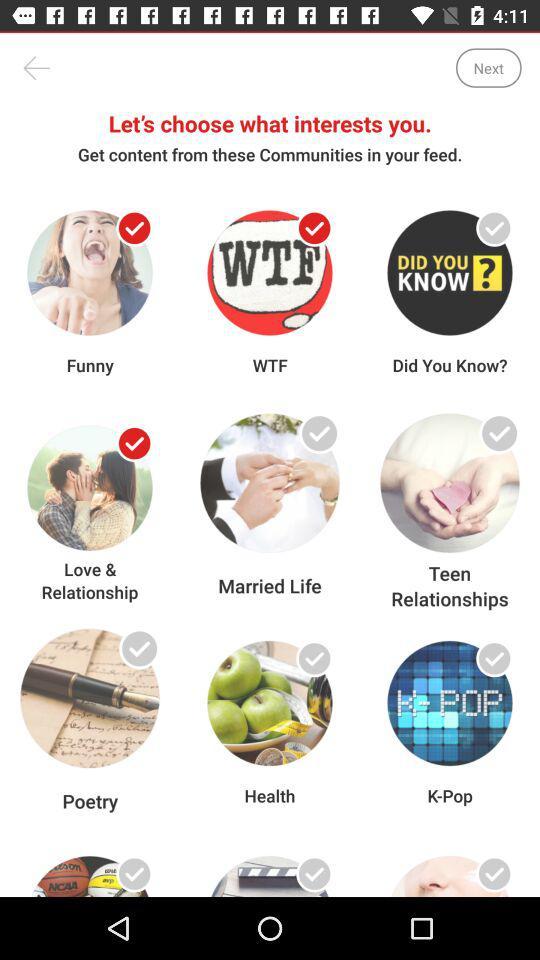  Describe the element at coordinates (314, 657) in the screenshot. I see `item as interest` at that location.